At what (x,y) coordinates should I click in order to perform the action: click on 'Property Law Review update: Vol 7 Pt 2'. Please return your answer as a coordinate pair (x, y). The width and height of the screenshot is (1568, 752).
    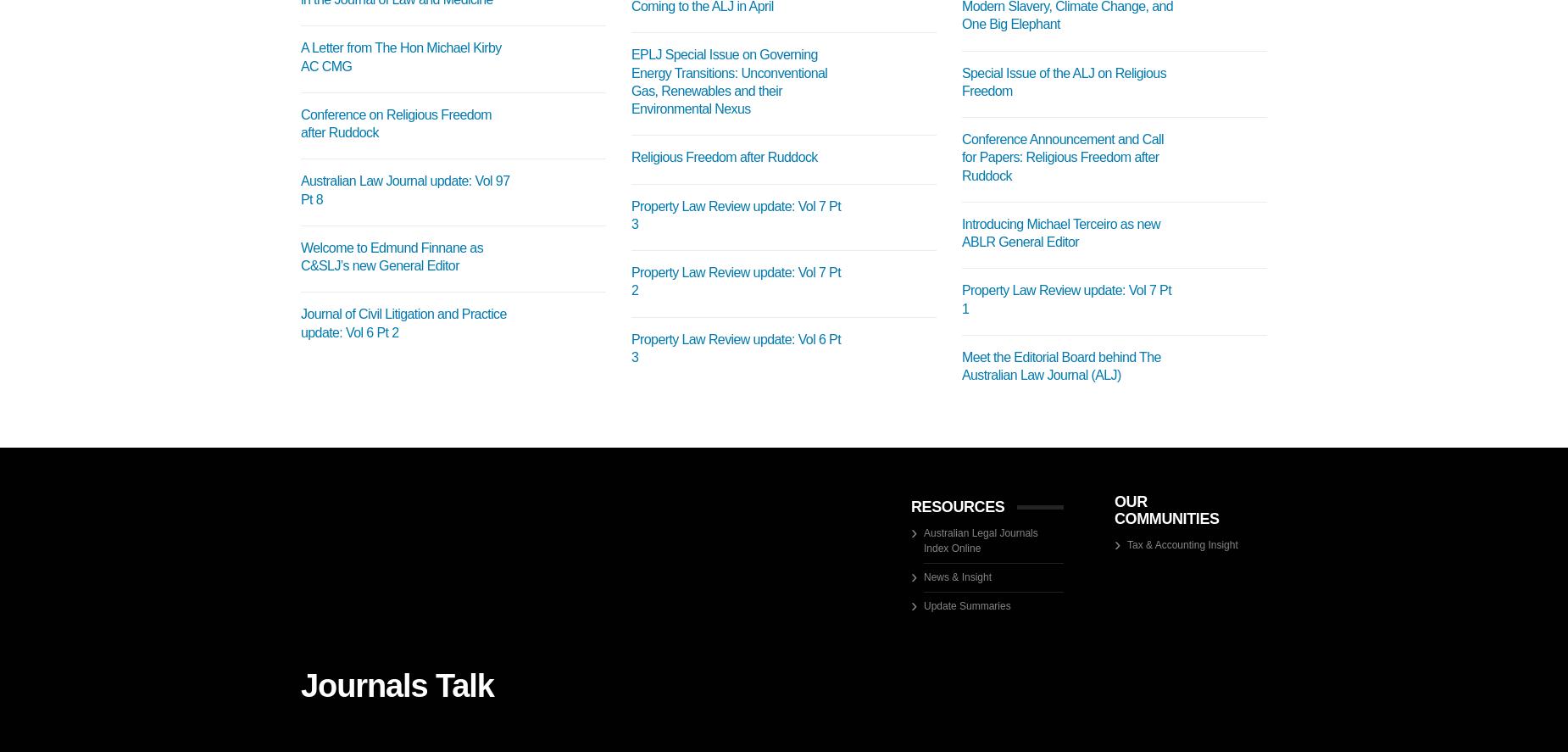
    Looking at the image, I should click on (736, 281).